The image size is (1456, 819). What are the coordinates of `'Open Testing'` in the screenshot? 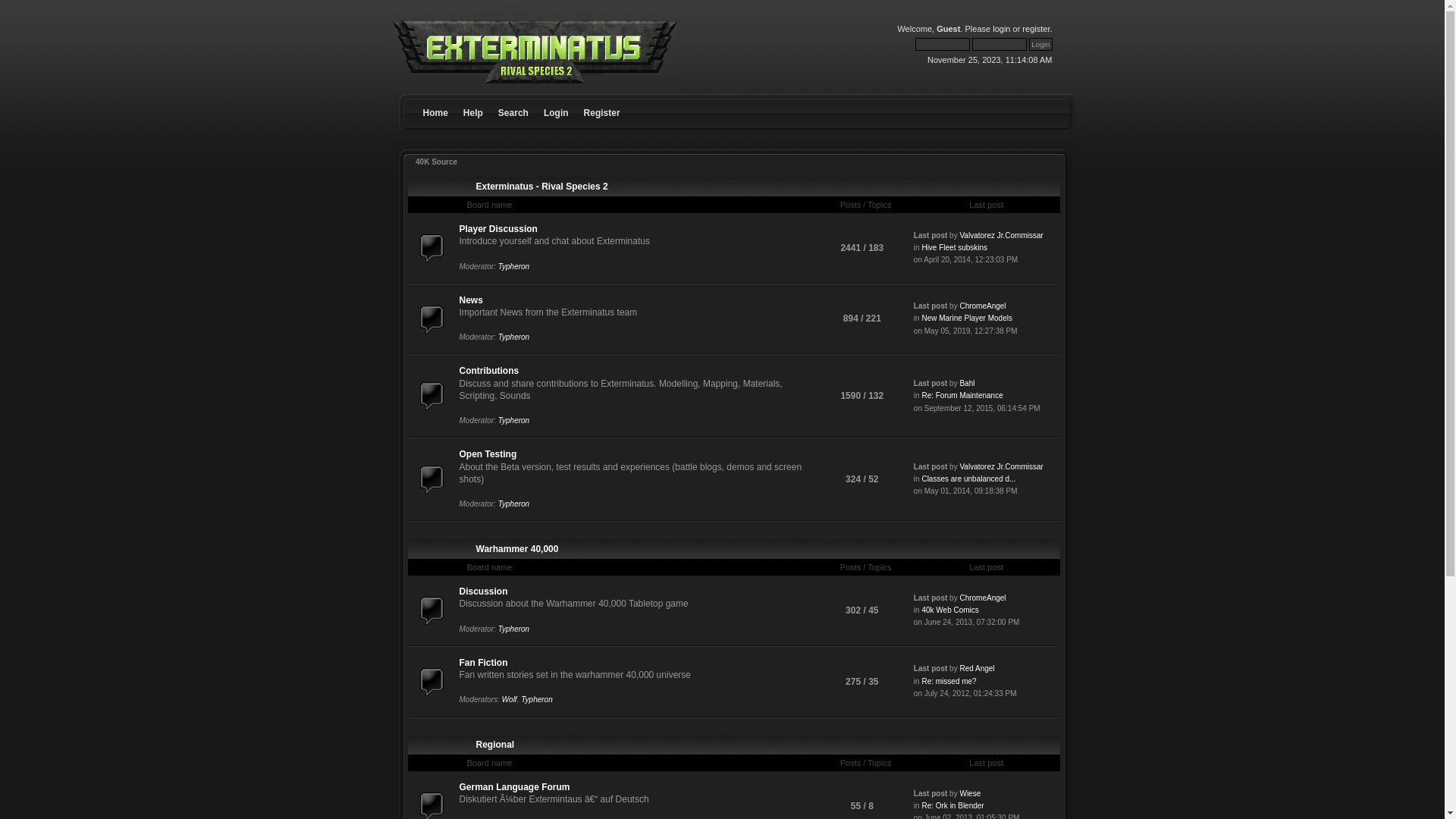 It's located at (488, 453).